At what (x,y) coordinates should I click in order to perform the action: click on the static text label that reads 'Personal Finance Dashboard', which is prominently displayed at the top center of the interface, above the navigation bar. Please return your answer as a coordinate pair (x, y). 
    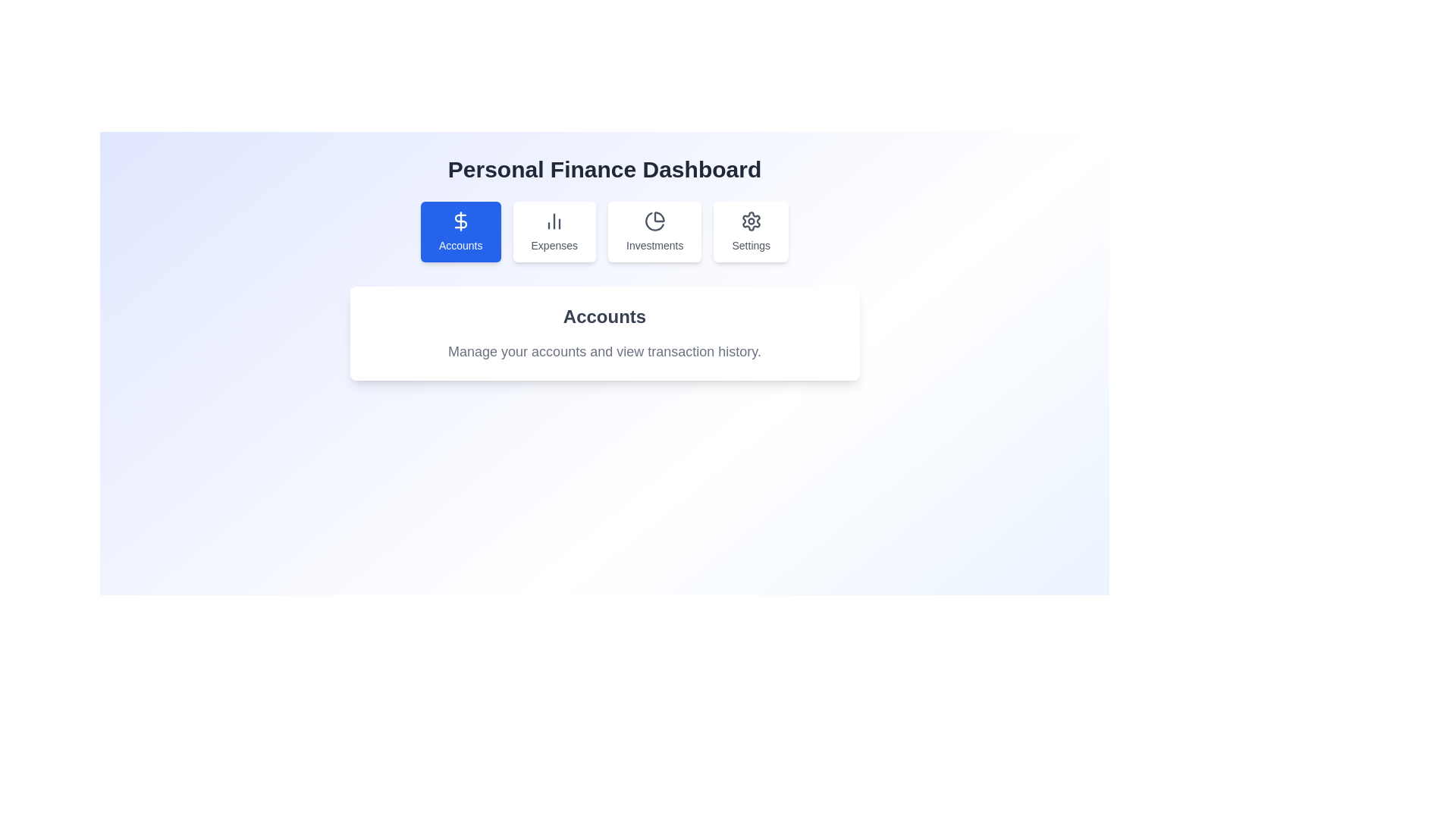
    Looking at the image, I should click on (604, 169).